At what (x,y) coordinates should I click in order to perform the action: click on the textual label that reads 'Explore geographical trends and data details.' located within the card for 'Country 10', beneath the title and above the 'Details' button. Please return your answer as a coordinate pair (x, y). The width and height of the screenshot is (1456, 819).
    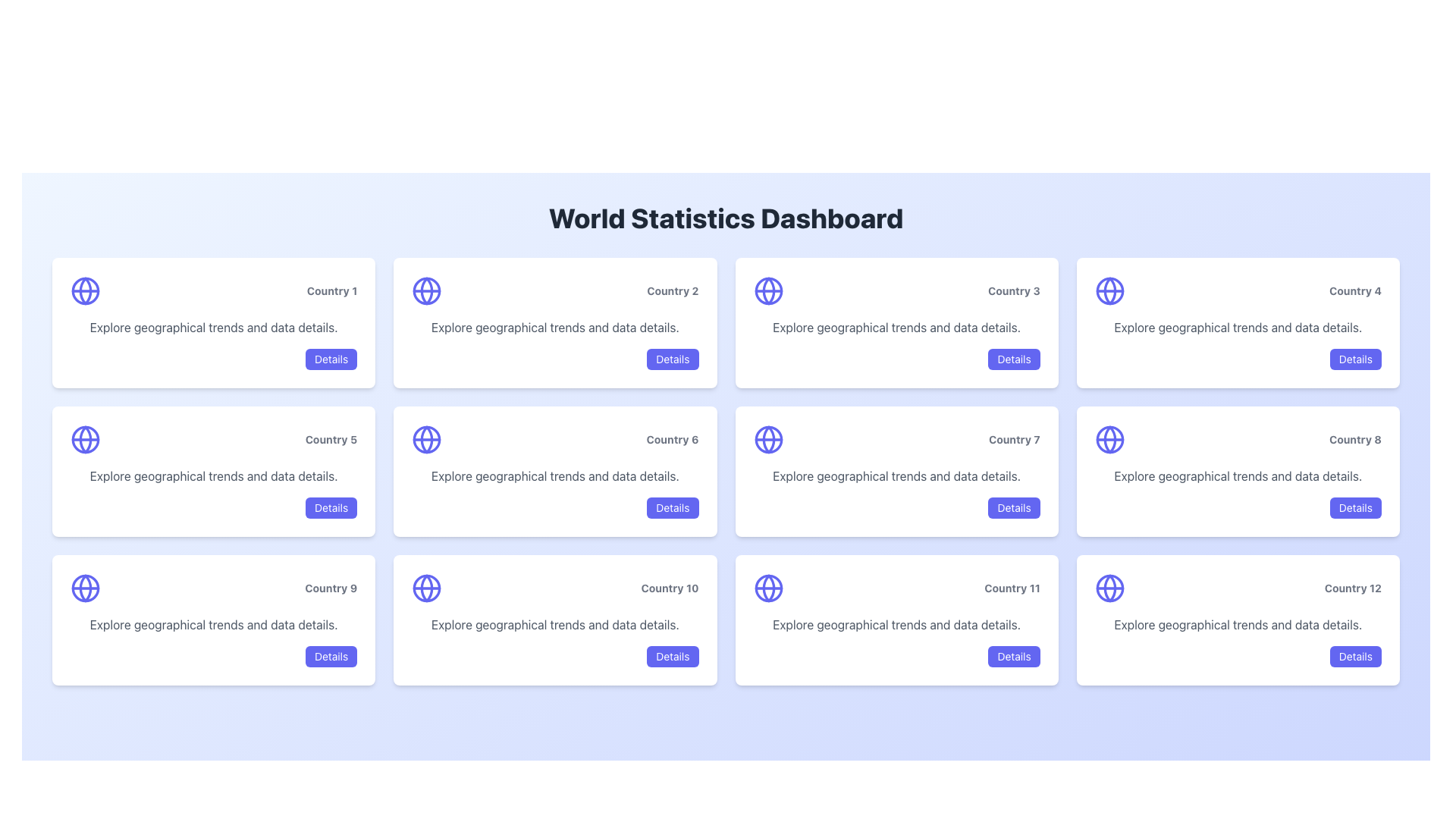
    Looking at the image, I should click on (554, 625).